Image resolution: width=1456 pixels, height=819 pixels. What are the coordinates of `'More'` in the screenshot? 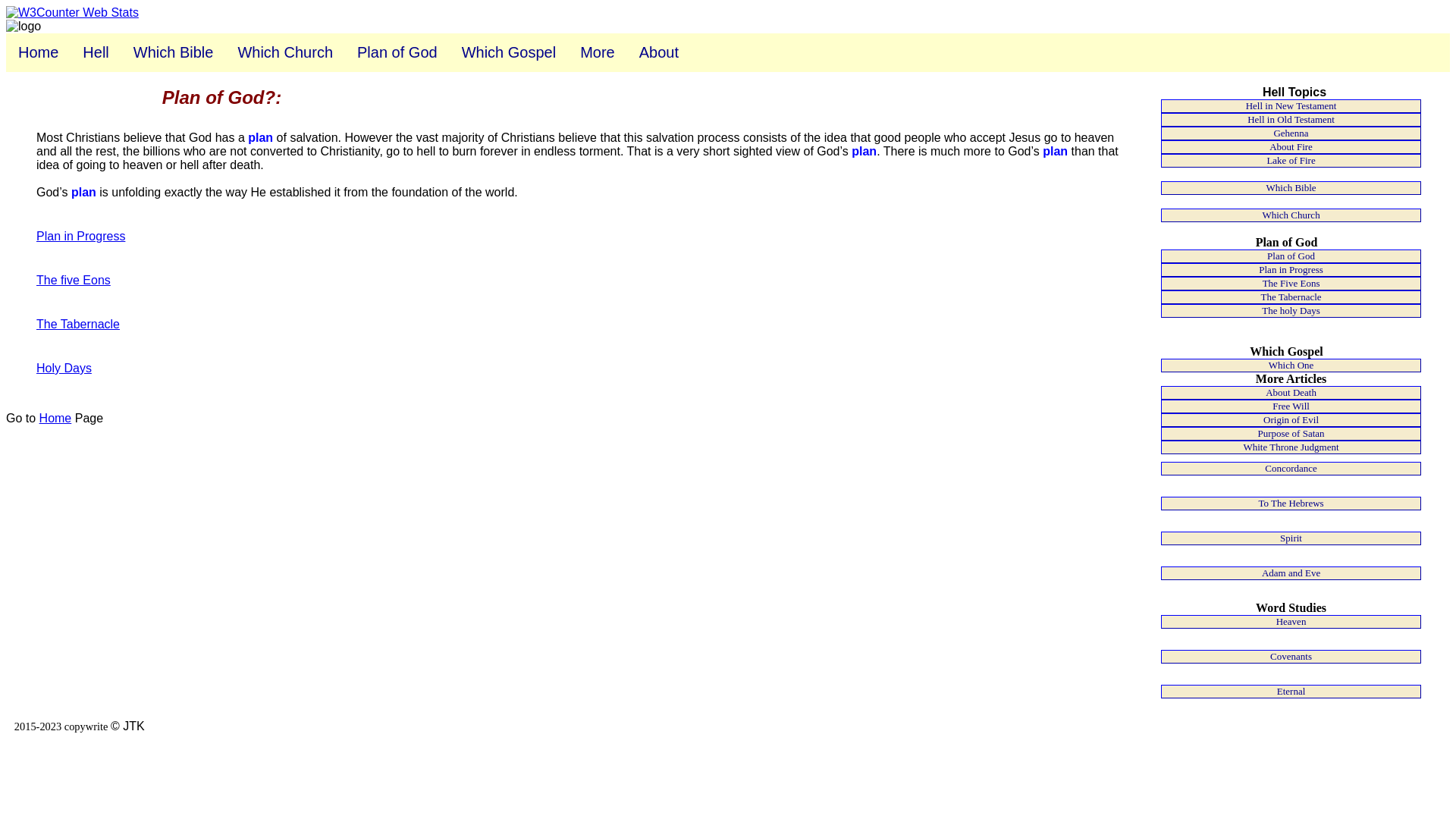 It's located at (596, 52).